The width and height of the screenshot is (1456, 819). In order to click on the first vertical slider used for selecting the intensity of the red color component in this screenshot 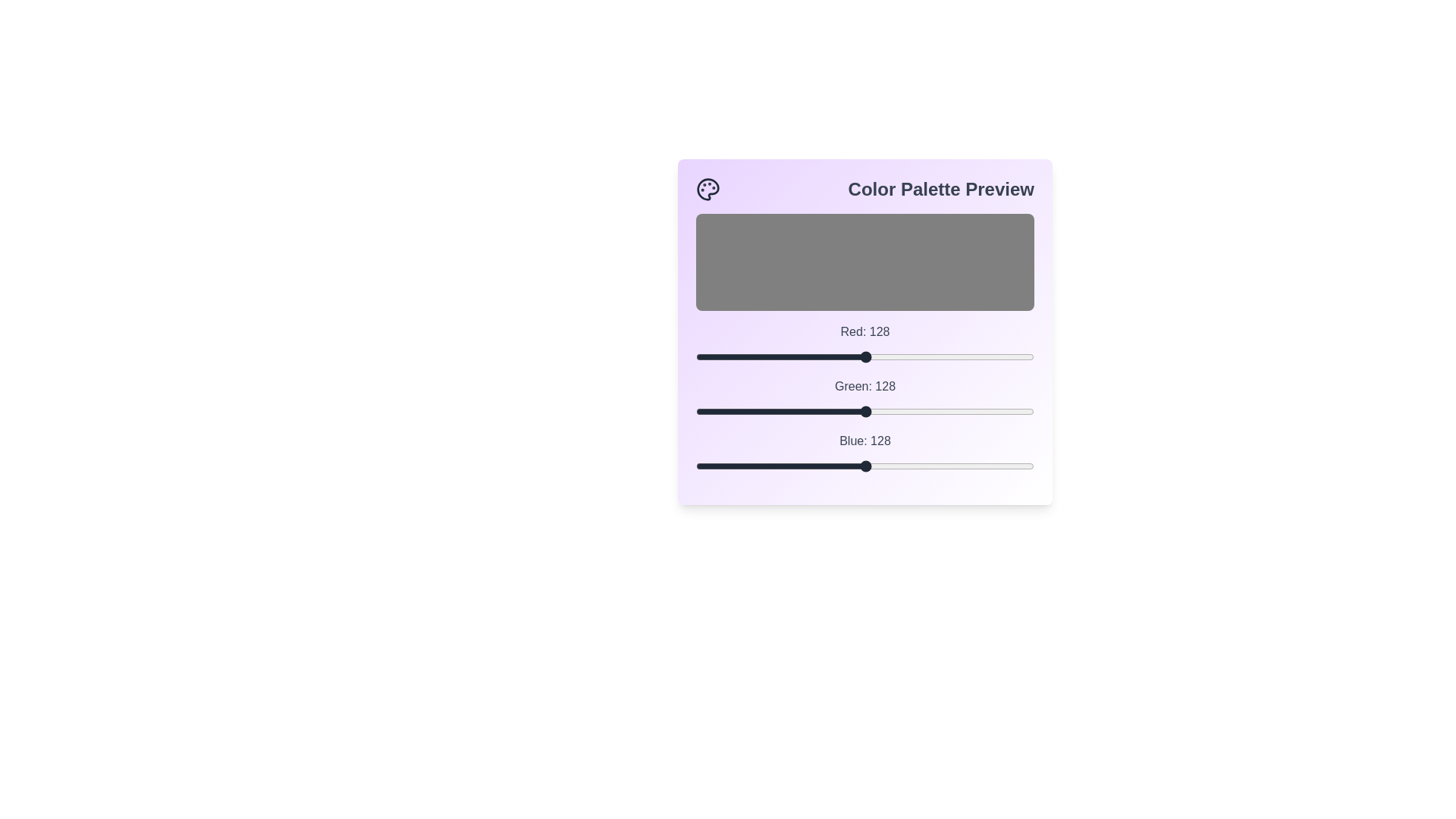, I will do `click(865, 356)`.